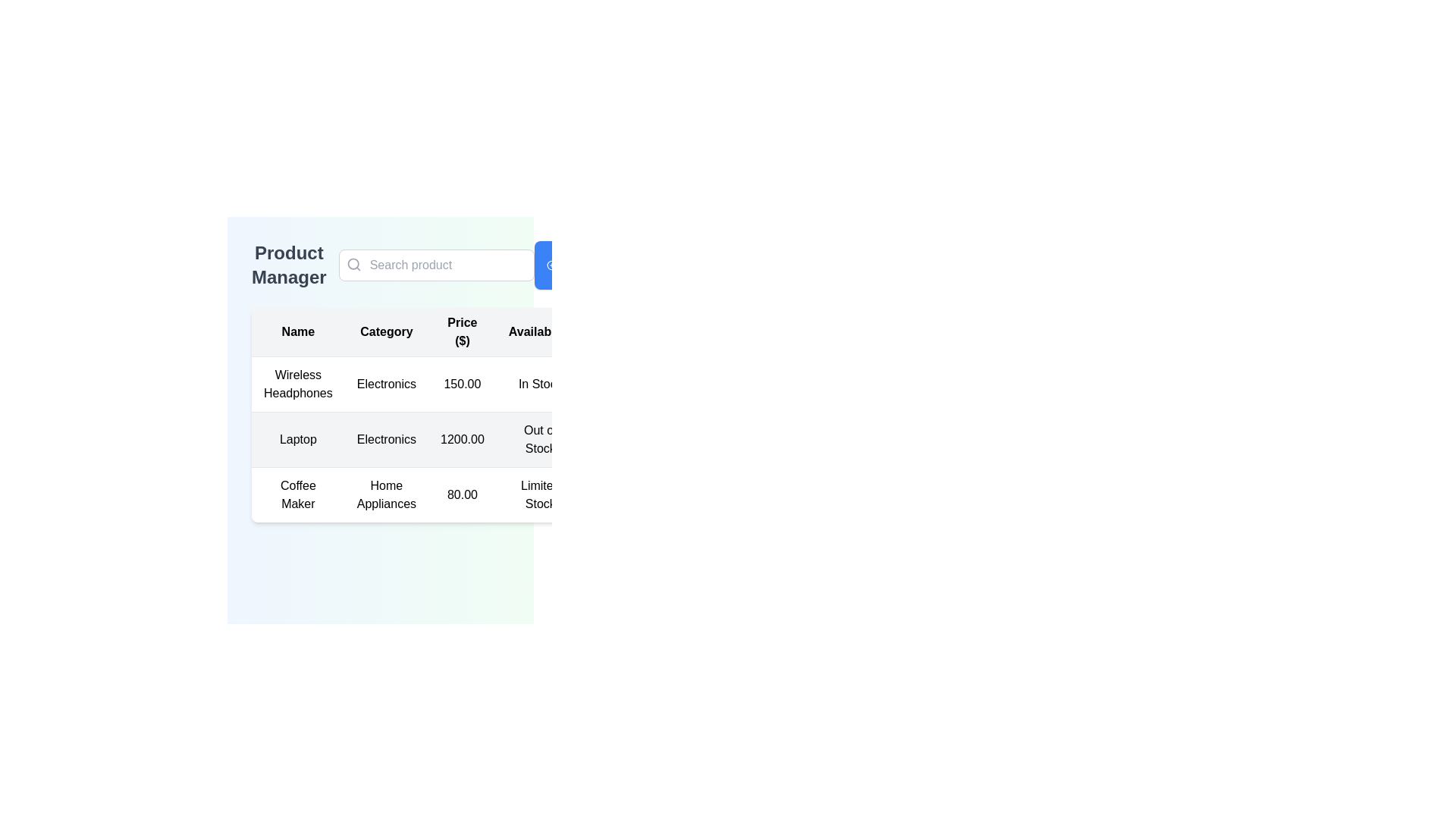 Image resolution: width=1456 pixels, height=819 pixels. Describe the element at coordinates (461, 439) in the screenshot. I see `the Text label displaying the numeric value '1200.00' in the table row for the item 'Laptop' under the column 'Price ($)'` at that location.